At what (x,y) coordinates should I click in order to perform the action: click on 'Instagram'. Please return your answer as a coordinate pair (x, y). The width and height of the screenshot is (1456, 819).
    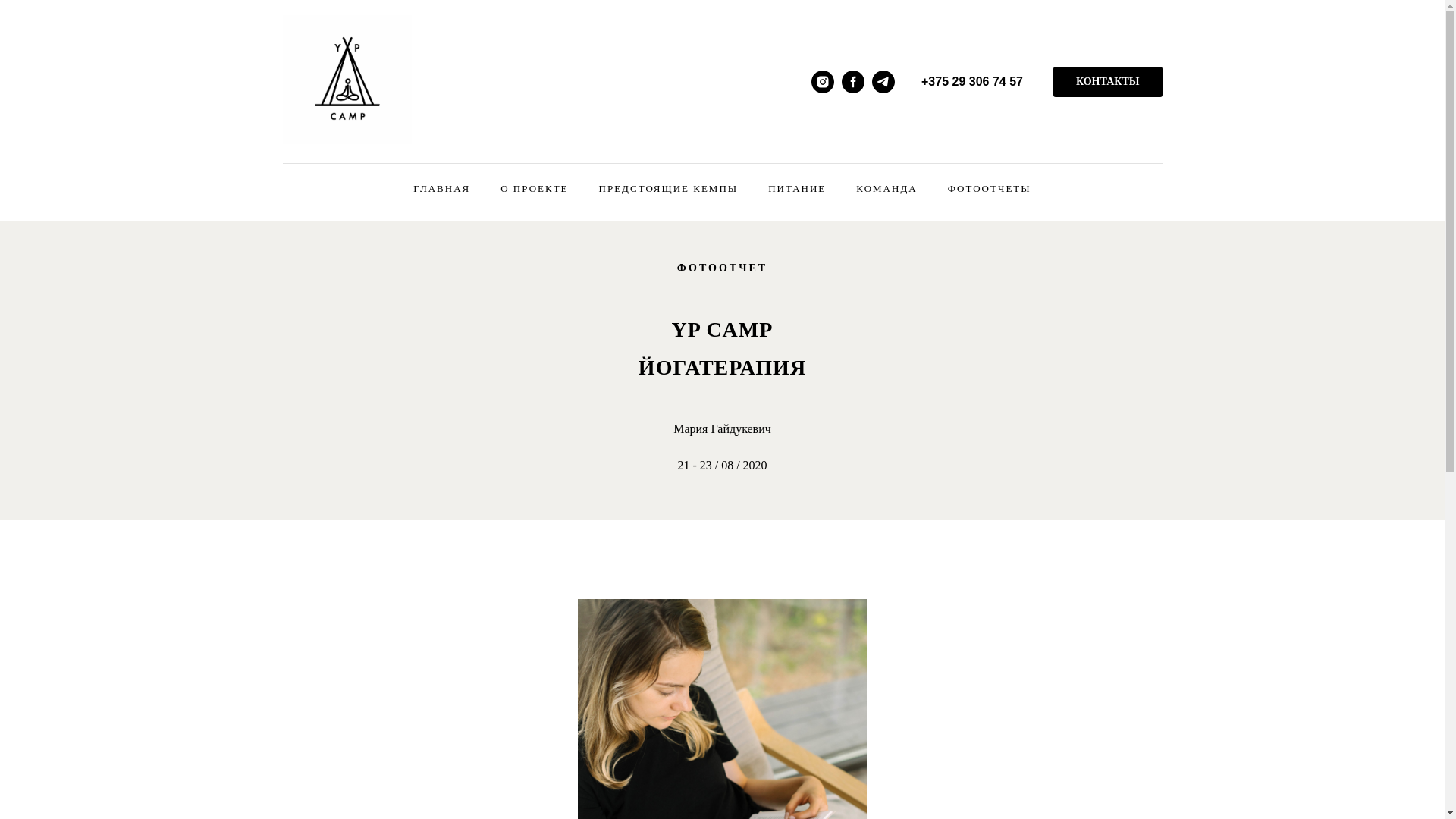
    Looking at the image, I should click on (811, 82).